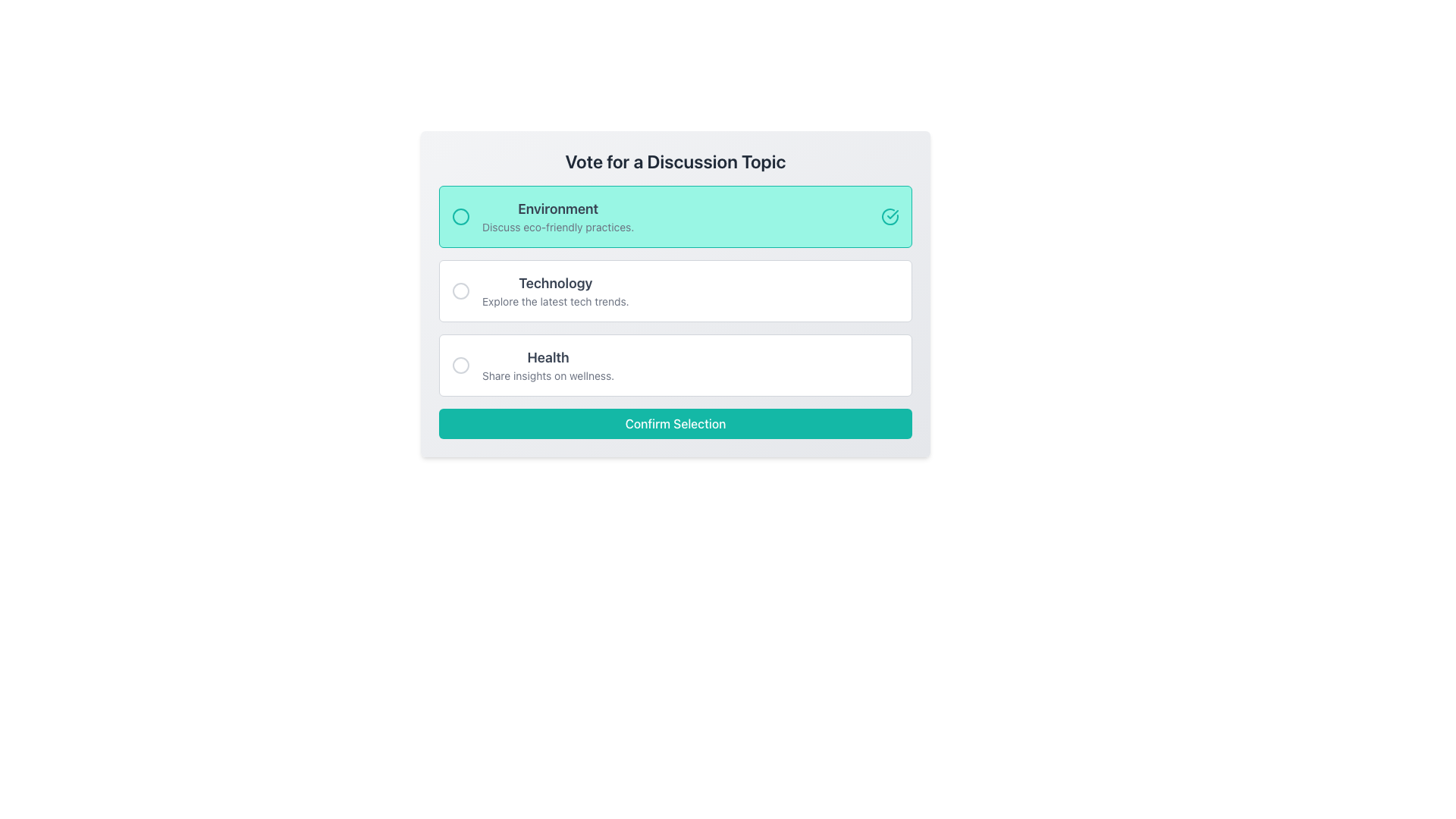 This screenshot has height=819, width=1456. Describe the element at coordinates (554, 291) in the screenshot. I see `the text block titled 'Technology' within the selectable list item, which features a bold title and a lighter description, located in the second choice of the vertical voting options` at that location.